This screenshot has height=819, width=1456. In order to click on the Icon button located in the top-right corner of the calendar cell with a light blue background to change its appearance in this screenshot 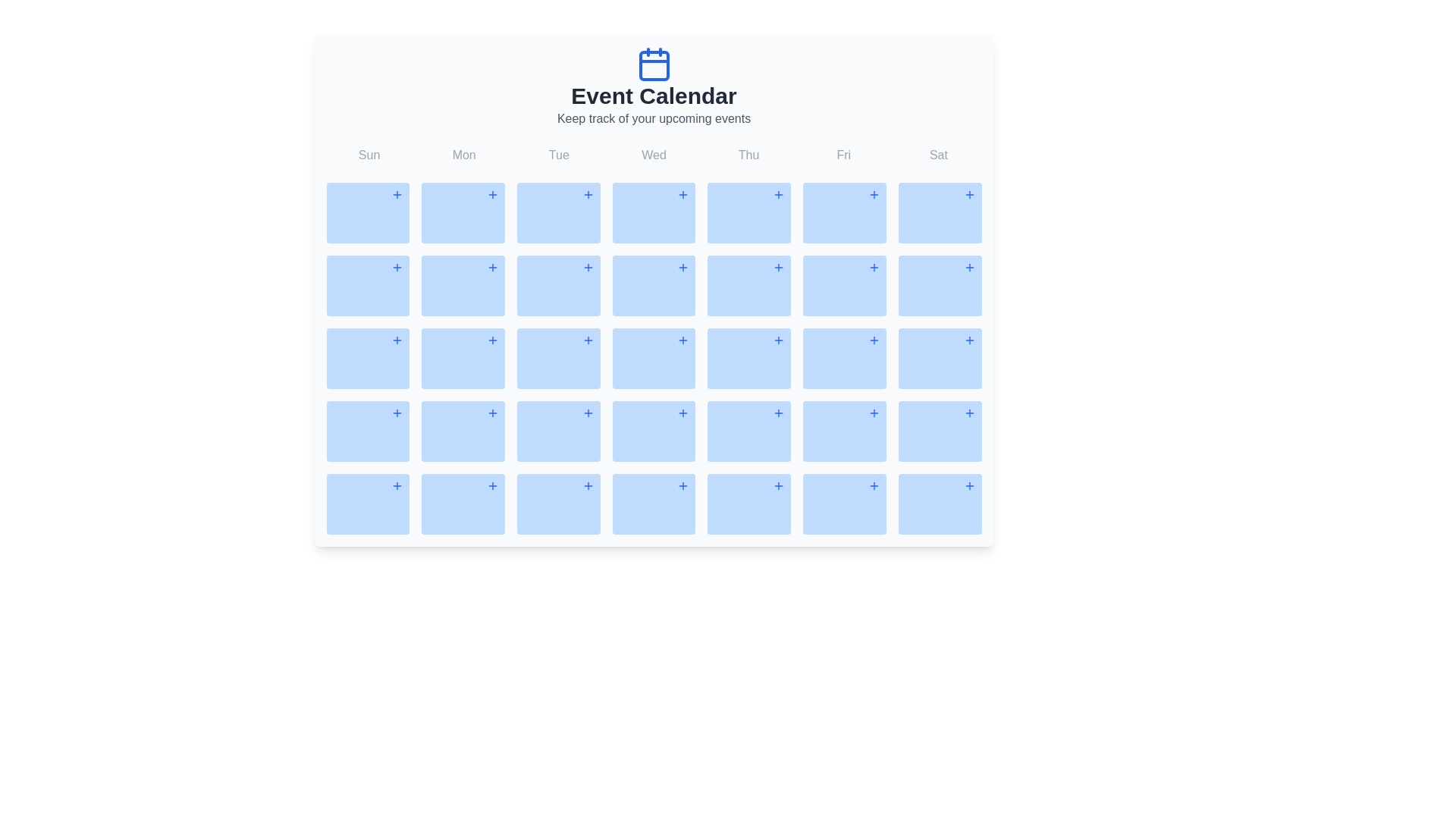, I will do `click(968, 485)`.